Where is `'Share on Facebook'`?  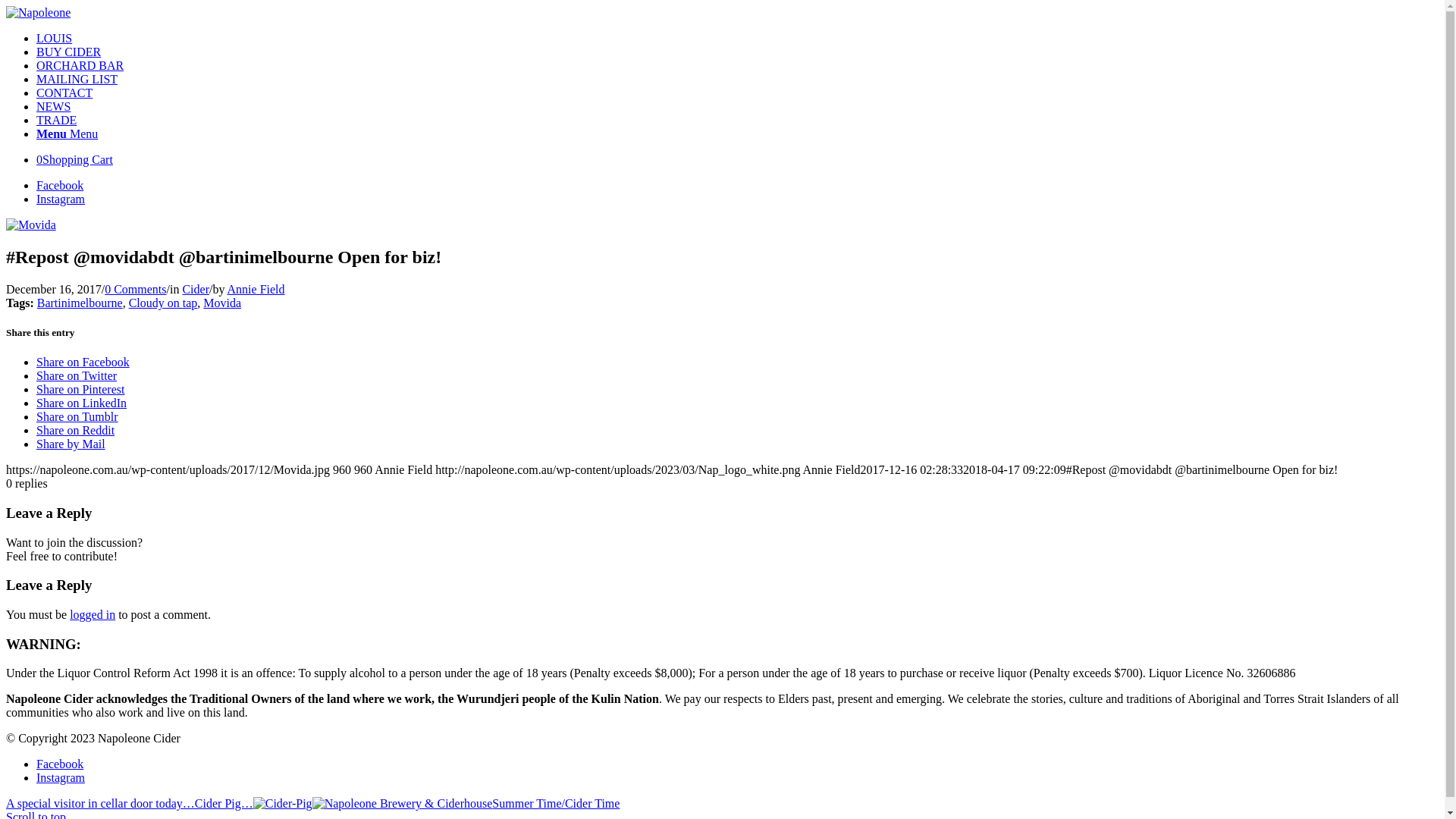
'Share on Facebook' is located at coordinates (82, 362).